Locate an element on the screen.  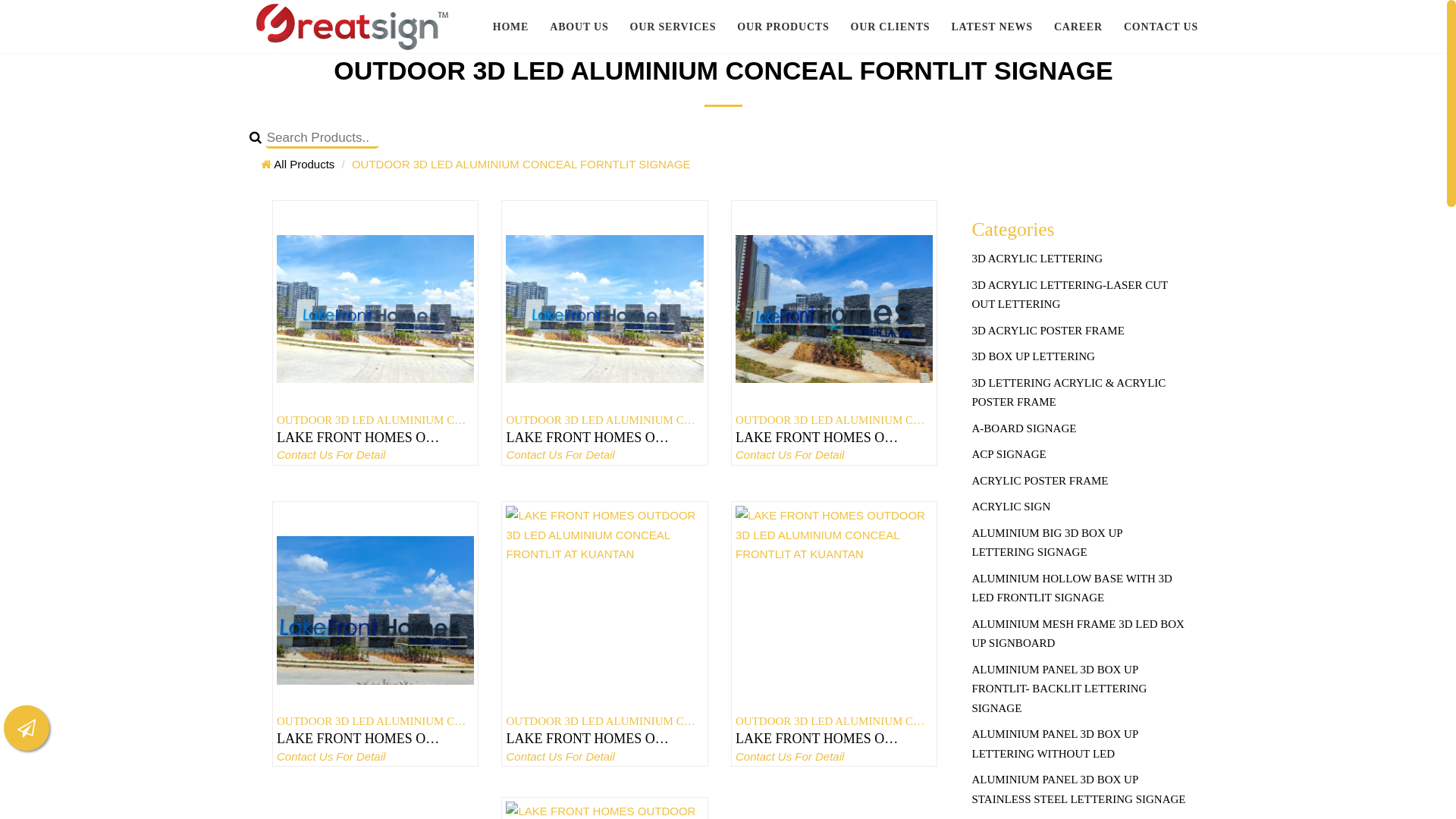
'OUR CLIENTS' is located at coordinates (839, 27).